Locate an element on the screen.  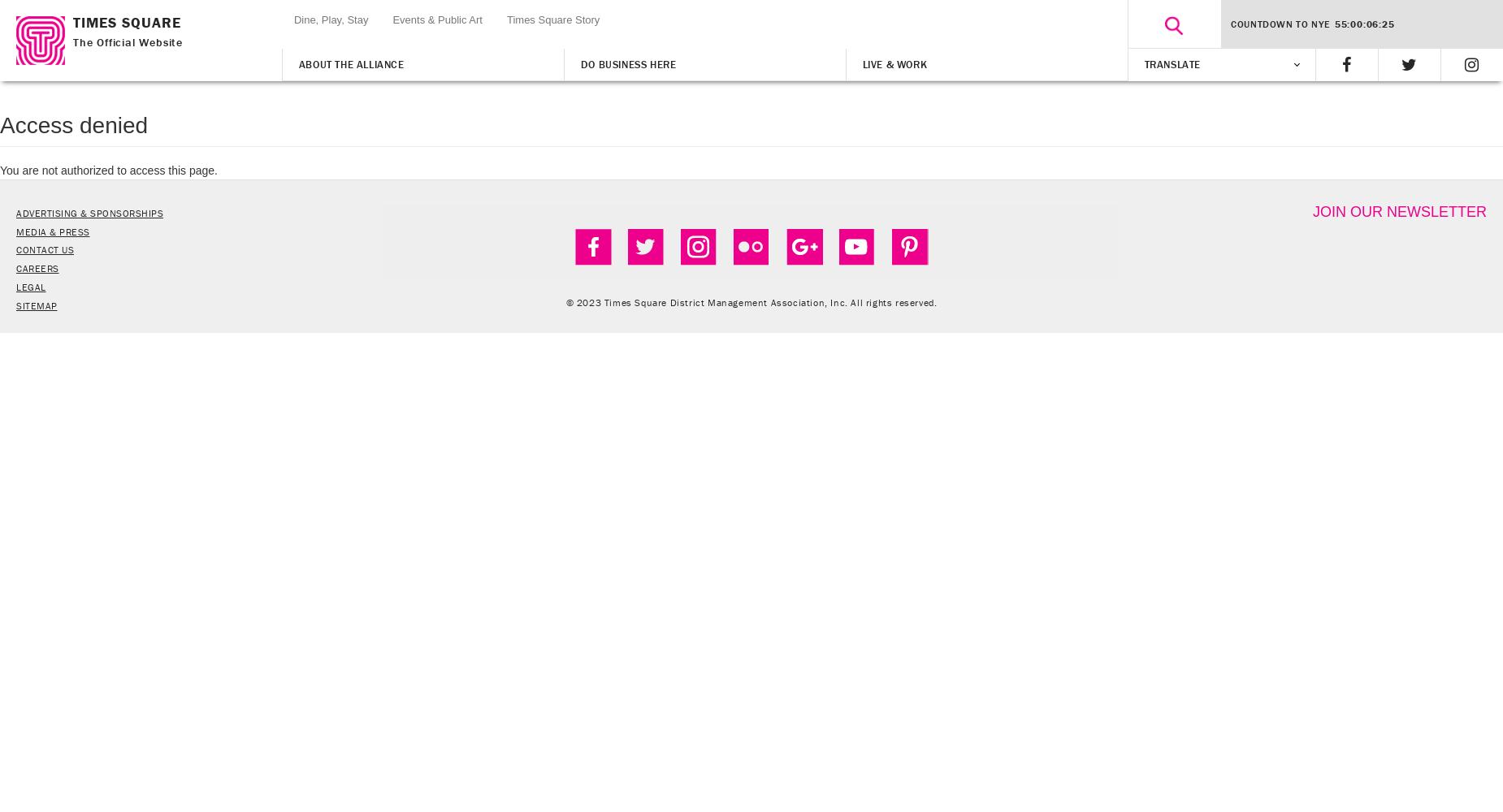
'About the Alliance' is located at coordinates (349, 63).